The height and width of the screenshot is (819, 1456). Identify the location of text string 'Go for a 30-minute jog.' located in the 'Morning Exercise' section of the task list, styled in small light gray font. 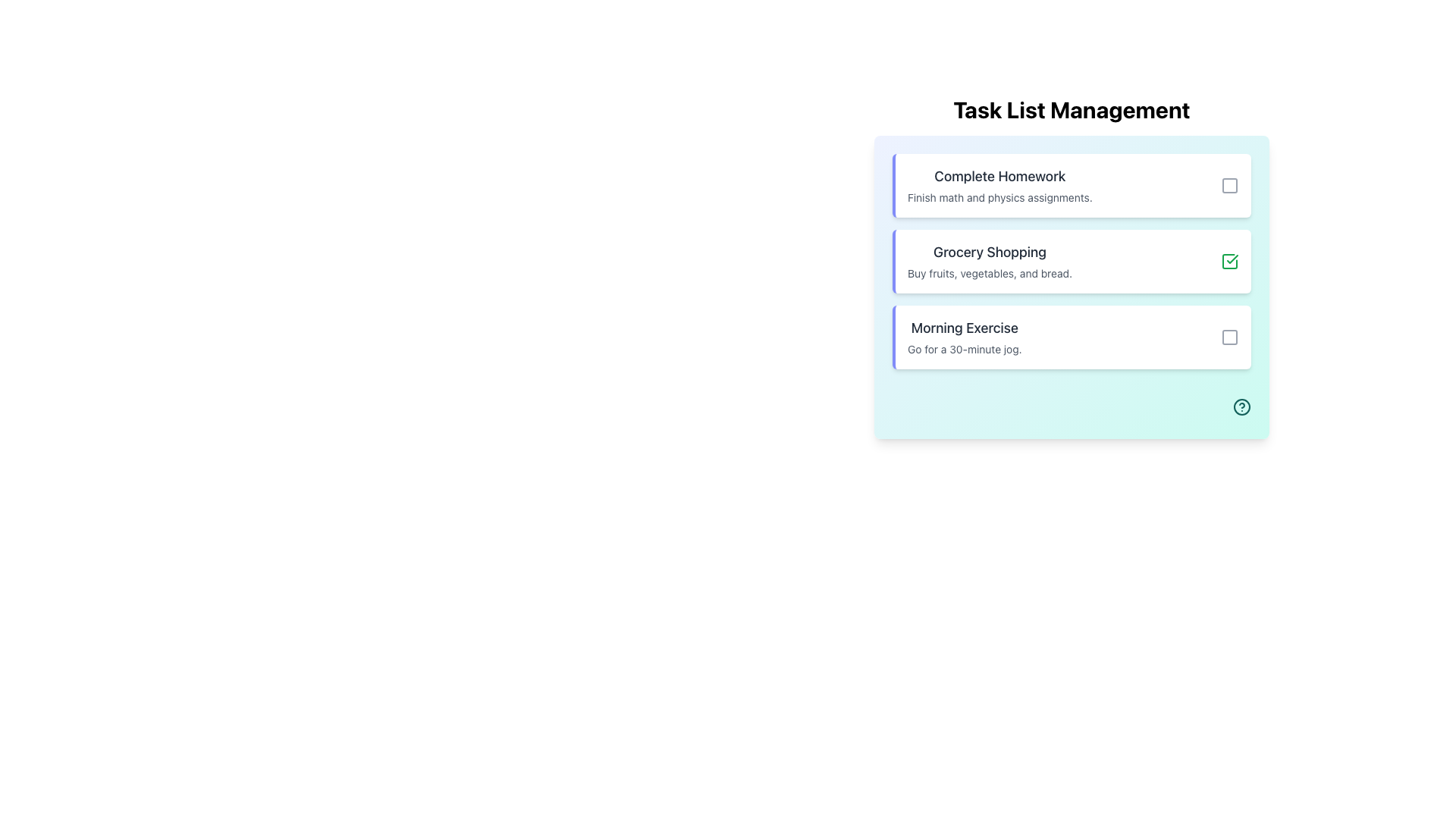
(964, 350).